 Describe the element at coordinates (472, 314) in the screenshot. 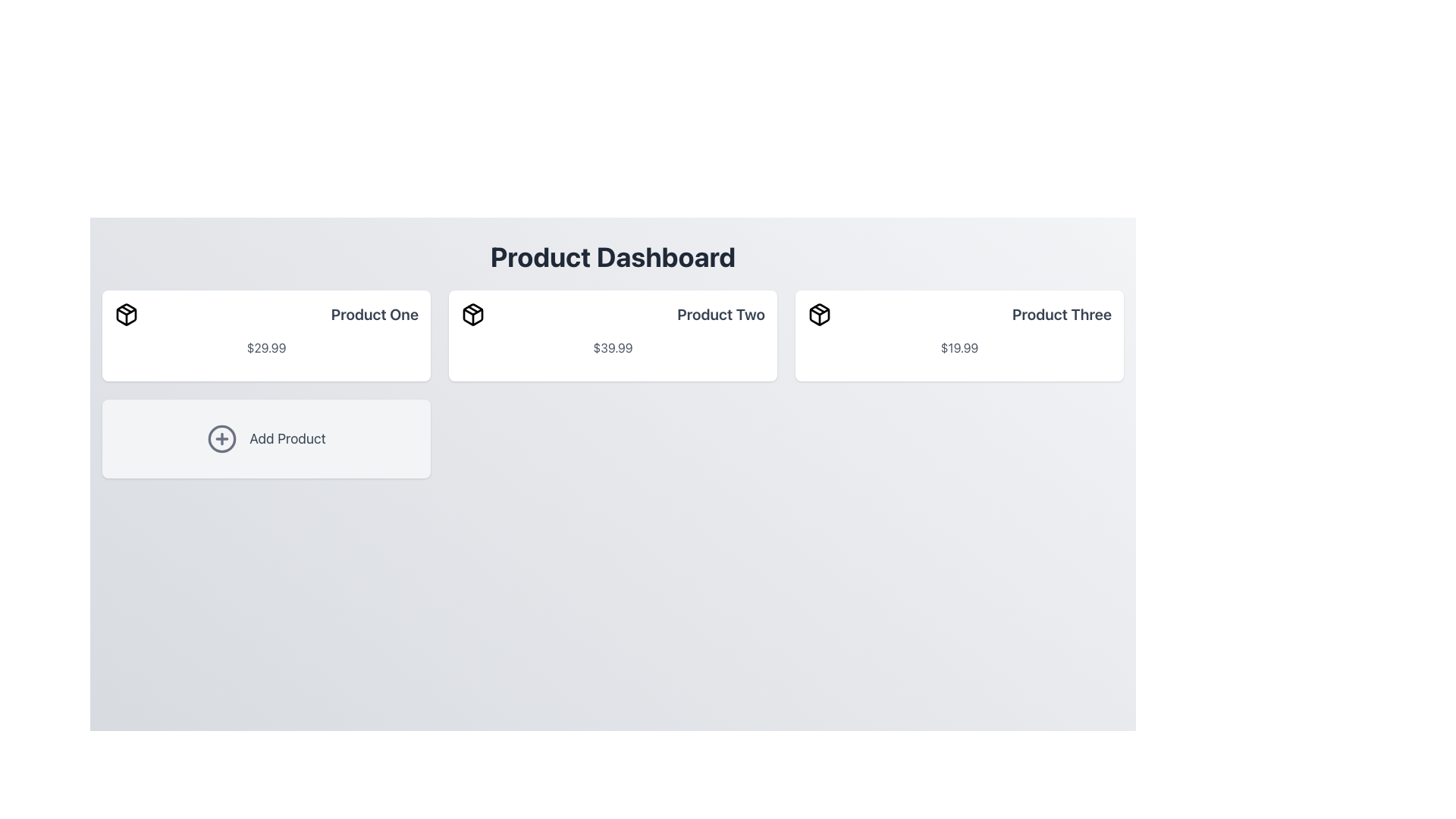

I see `the black package icon with geometric linework located in the top-left corner of the 'Product Two' card` at that location.